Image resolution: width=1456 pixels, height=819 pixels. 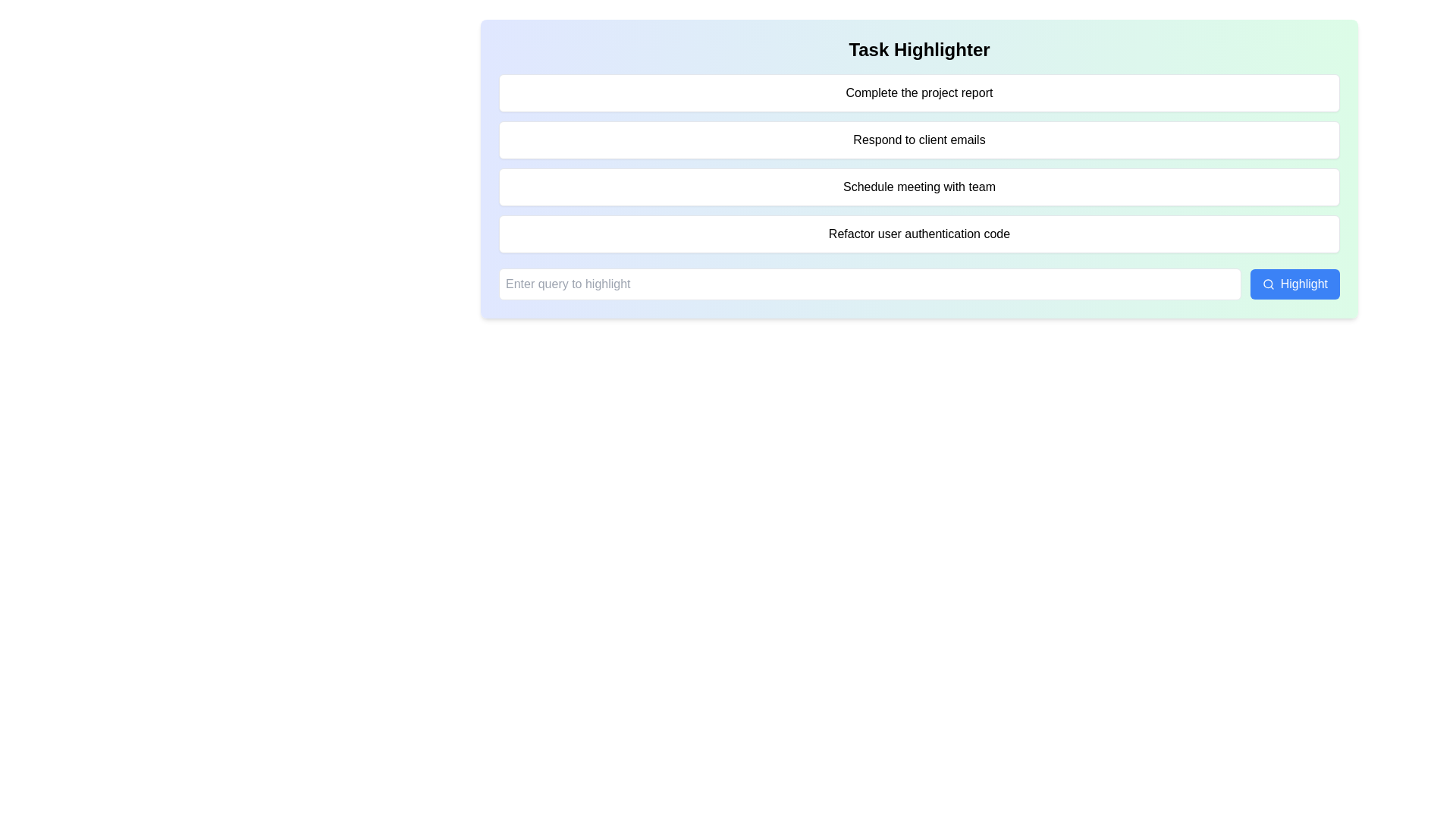 I want to click on the first task item labeled 'Complete the project report', which is a rectangular element with rounded corners and a light background, positioned below the 'Task Highlighter' heading, so click(x=918, y=93).